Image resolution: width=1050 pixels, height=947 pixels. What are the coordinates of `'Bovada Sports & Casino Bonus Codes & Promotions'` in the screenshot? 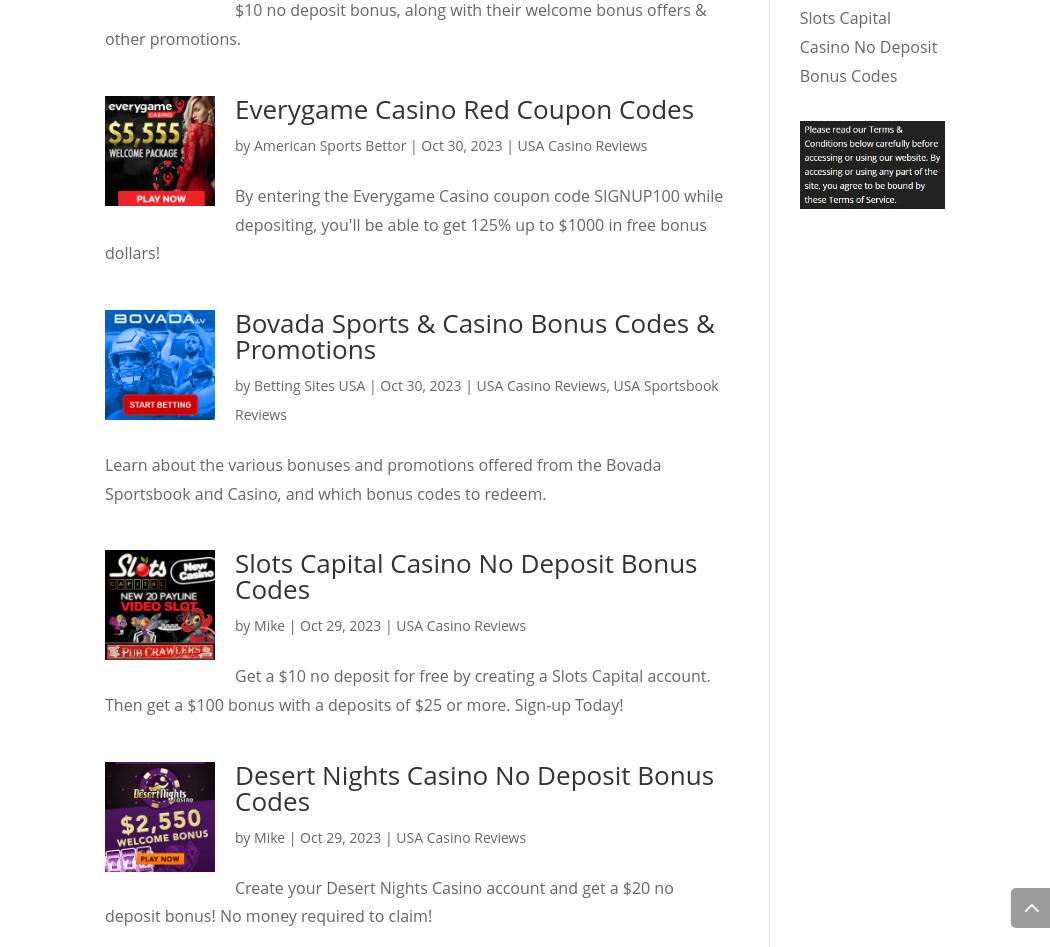 It's located at (234, 334).